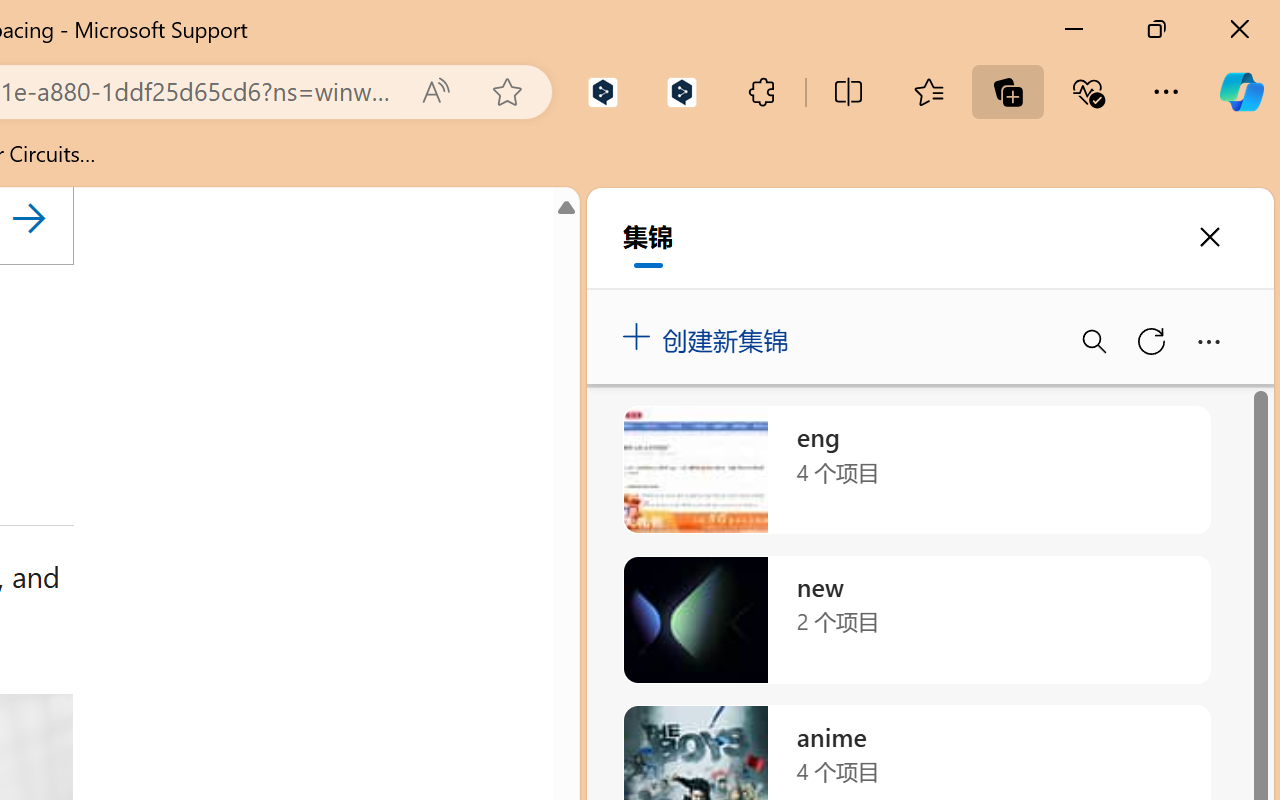 The width and height of the screenshot is (1280, 800). Describe the element at coordinates (1240, 91) in the screenshot. I see `'Copilot (Ctrl+Shift+.)'` at that location.